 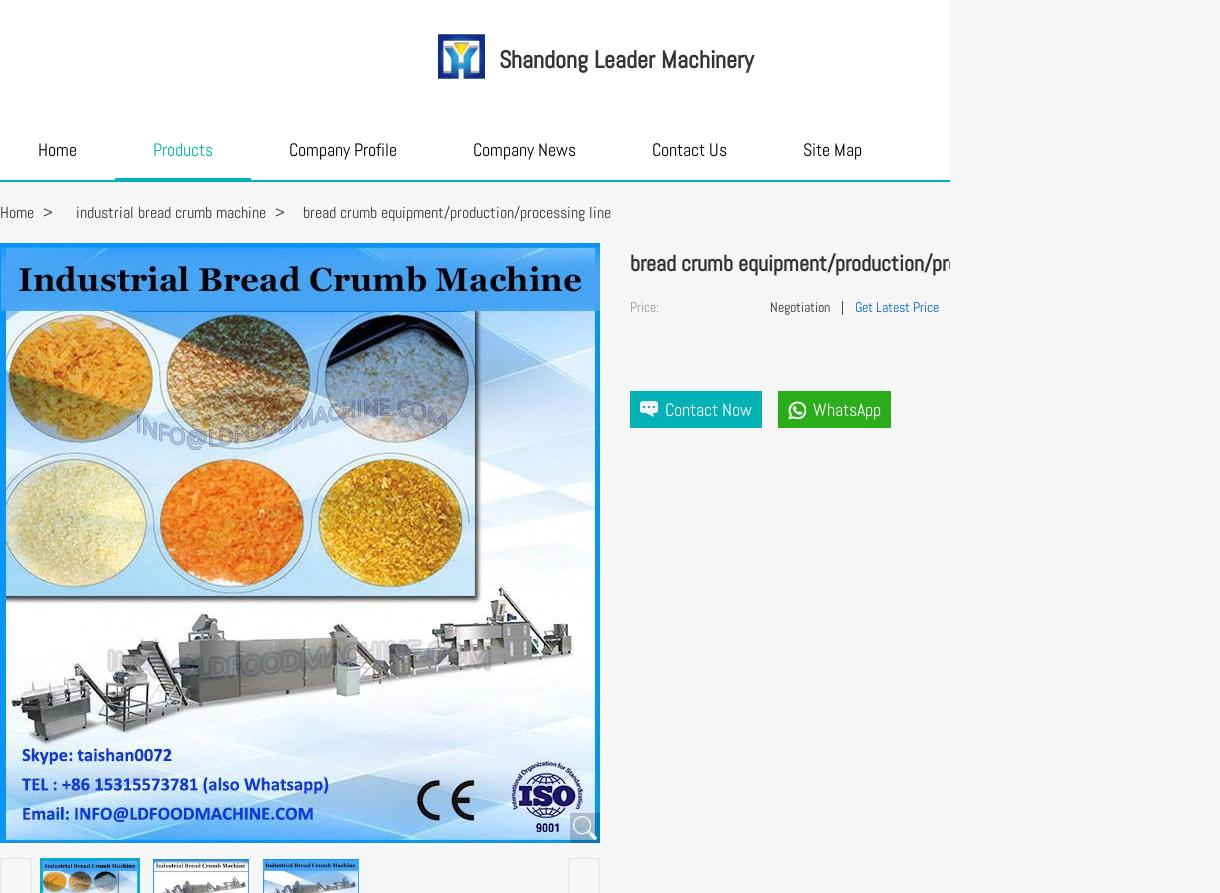 What do you see at coordinates (170, 211) in the screenshot?
I see `'industrial bread crumb machine'` at bounding box center [170, 211].